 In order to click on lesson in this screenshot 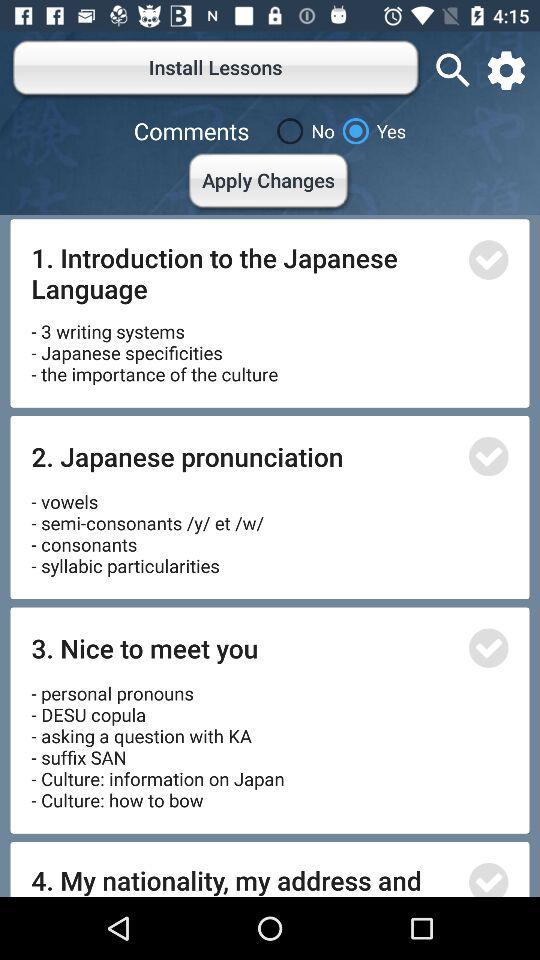, I will do `click(487, 647)`.